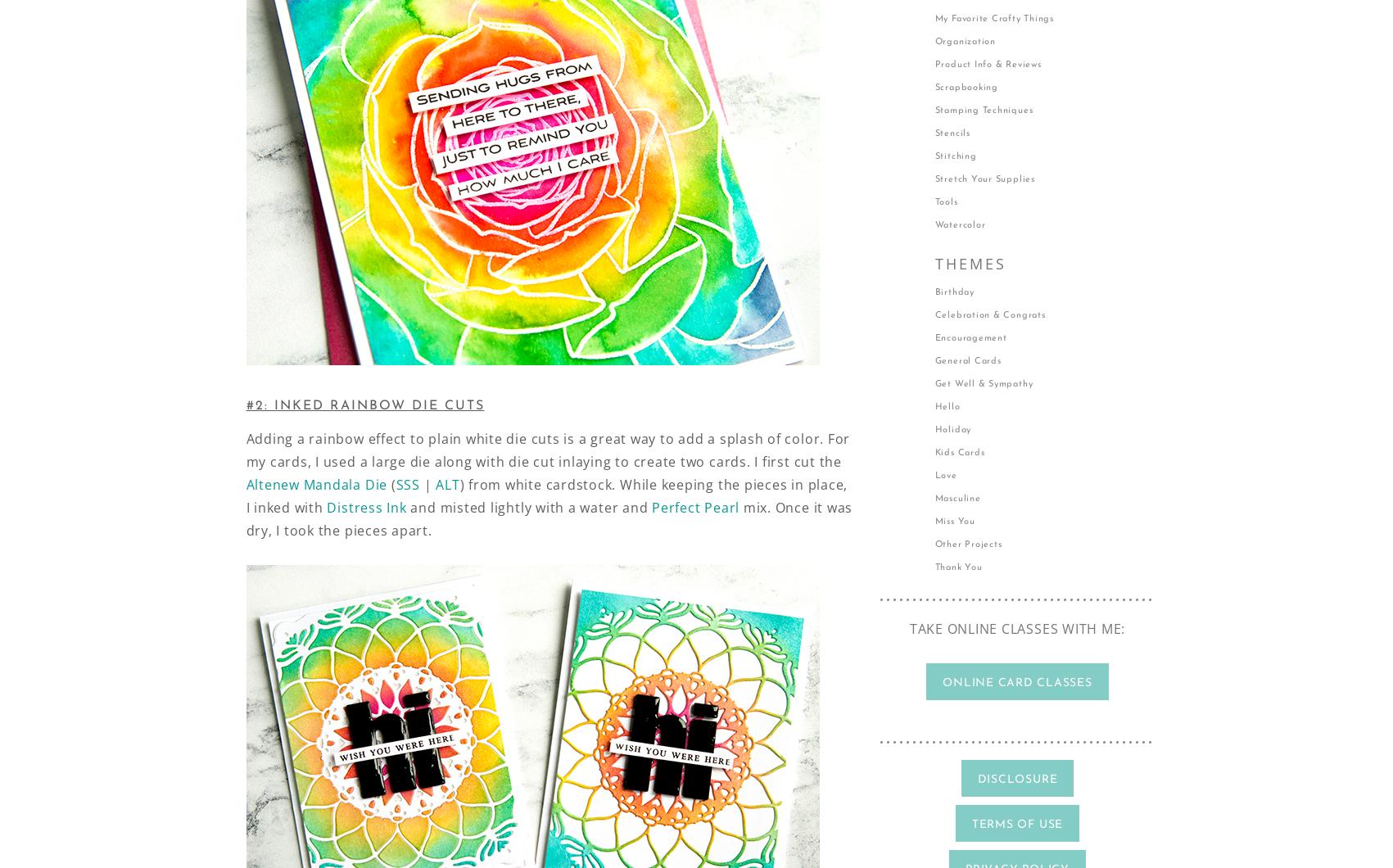 The width and height of the screenshot is (1393, 868). Describe the element at coordinates (364, 405) in the screenshot. I see `'#2: Inked rainbow die cuts'` at that location.